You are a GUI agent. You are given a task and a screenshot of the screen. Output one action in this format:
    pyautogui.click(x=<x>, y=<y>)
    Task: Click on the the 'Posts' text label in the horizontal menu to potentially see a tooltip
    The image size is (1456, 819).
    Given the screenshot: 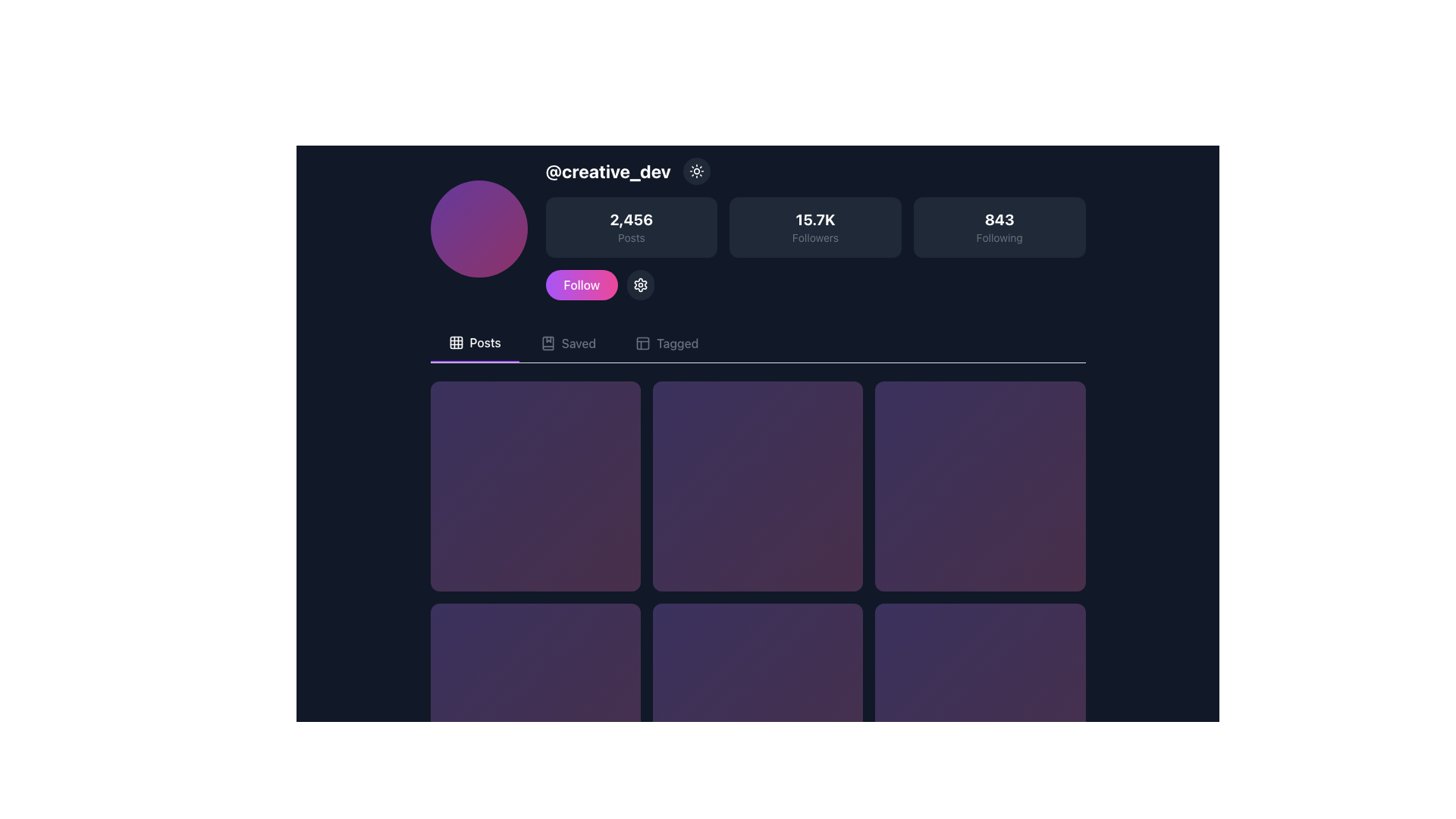 What is the action you would take?
    pyautogui.click(x=485, y=342)
    